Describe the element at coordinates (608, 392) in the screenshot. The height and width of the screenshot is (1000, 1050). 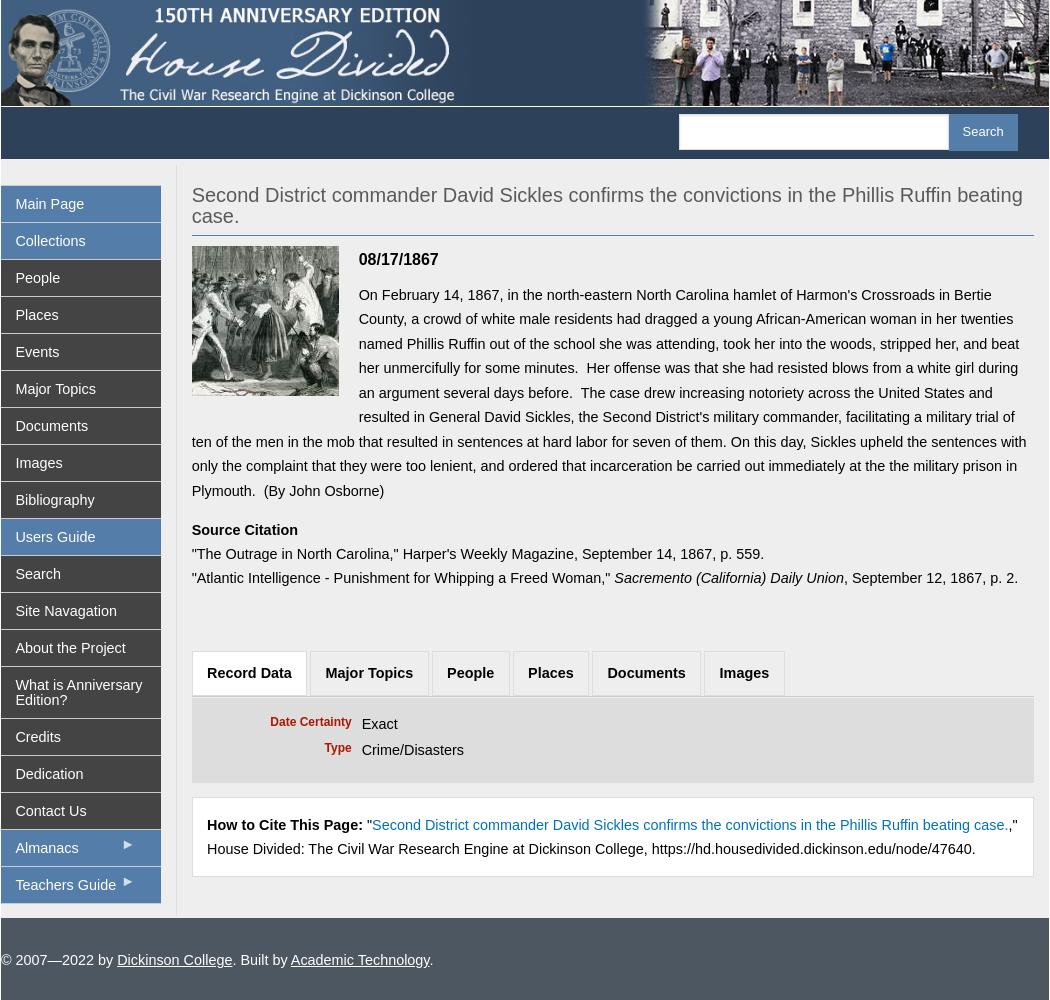
I see `'On February 14, 1867, in the north-eastern North Carolina hamlet of Harmon's Crossroads in Bertie County, a crowd of white male residents had dragged a young African-American woman in her twenties named Phillis Ruffin out of the school she was attending, took her into the woods, stripped her, and beat her unmercifully for some minutes.  Her offense was that she had resisted blows from a white girl during an argument several days before.  The case drew increasing notoriety across the United States and resulted in General David Sickles, the Second District's military commander, facilitating a military trial of ten of the men in the mob that resulted in sentences at hard labor for seven of them. On this day, Sickles upheld the sentences with only the complaint that they were too lenient, and ordered that incarceration be carried out immediately at the the military prison in Plymouth.  (By John Osborne)'` at that location.